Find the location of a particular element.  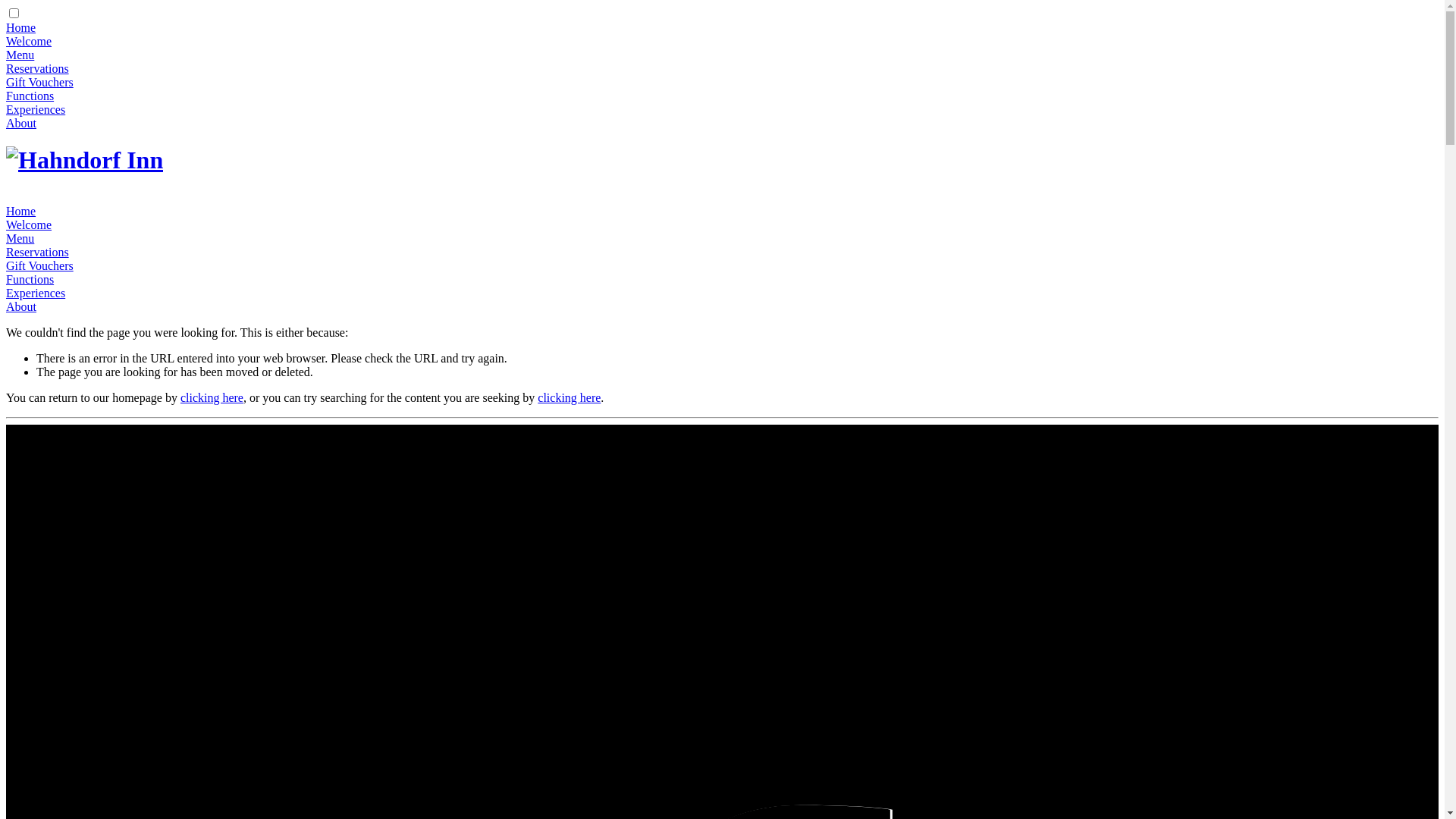

'Home' is located at coordinates (6, 211).